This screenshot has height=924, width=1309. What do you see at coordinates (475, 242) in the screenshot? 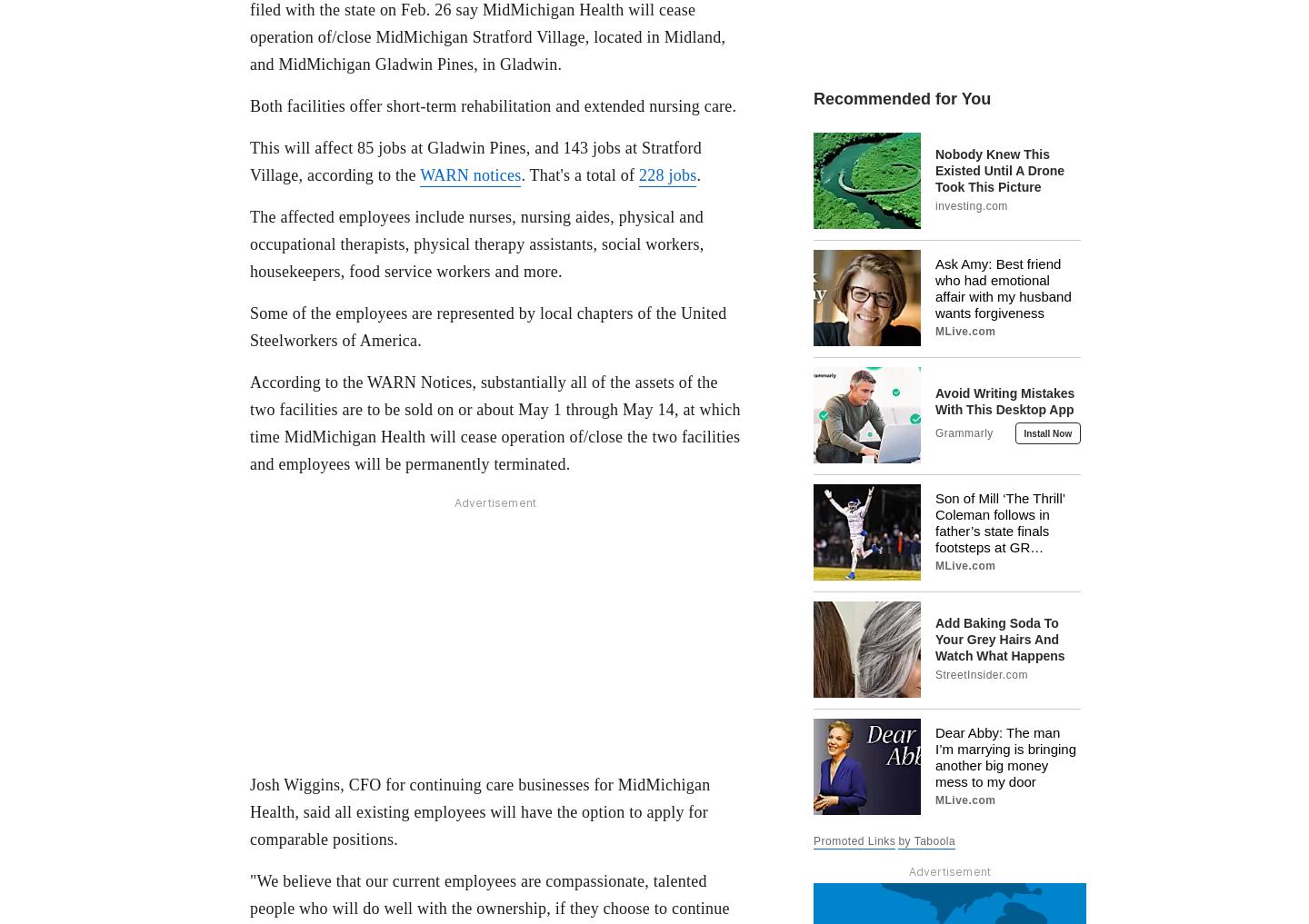
I see `'The affected employees include nurses, nursing aides, physical and occupational therapists, physical therapy assistants, social workers, housekeepers, food service workers and more.'` at bounding box center [475, 242].